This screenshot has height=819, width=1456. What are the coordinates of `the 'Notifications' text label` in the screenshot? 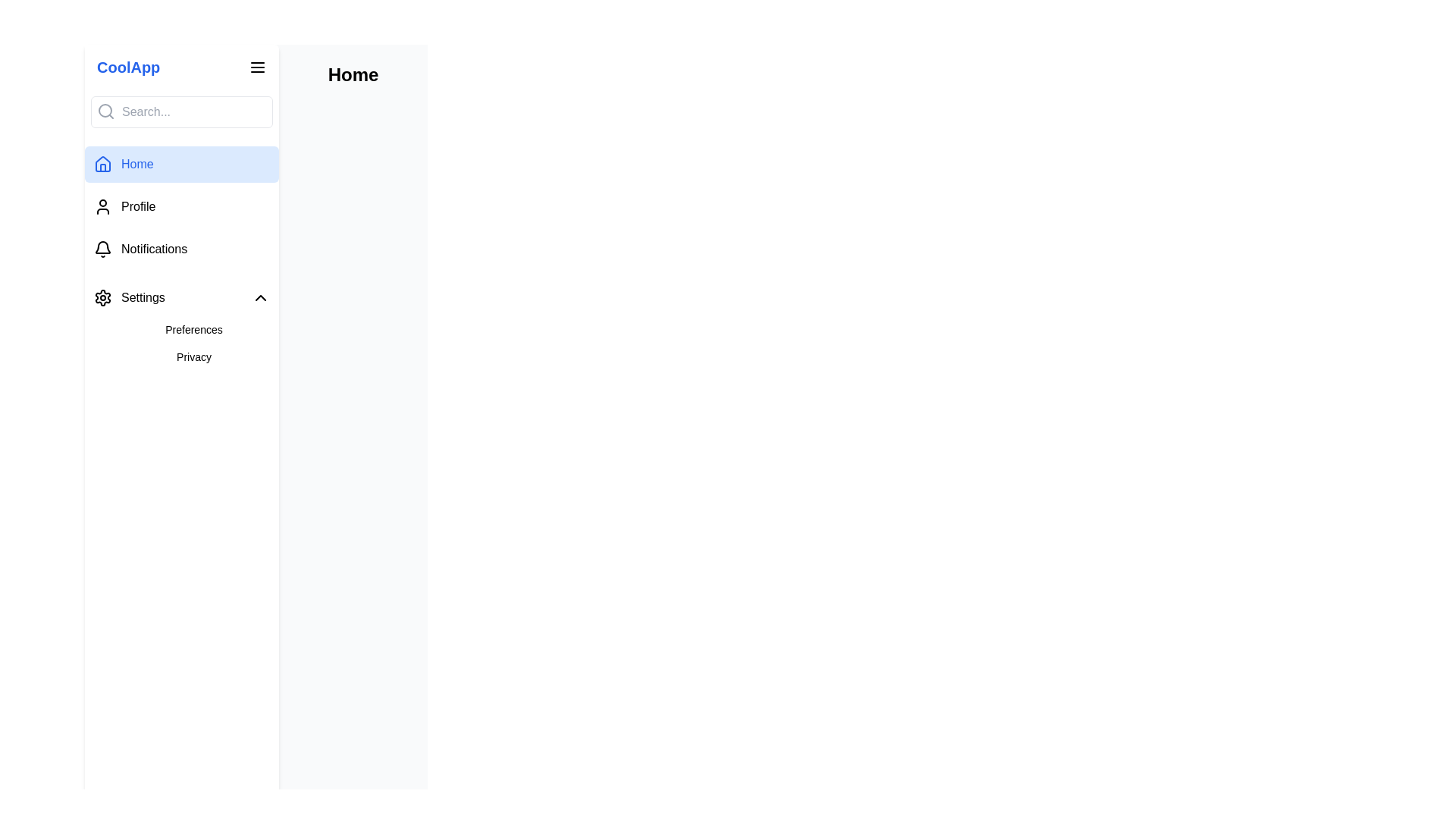 It's located at (154, 248).